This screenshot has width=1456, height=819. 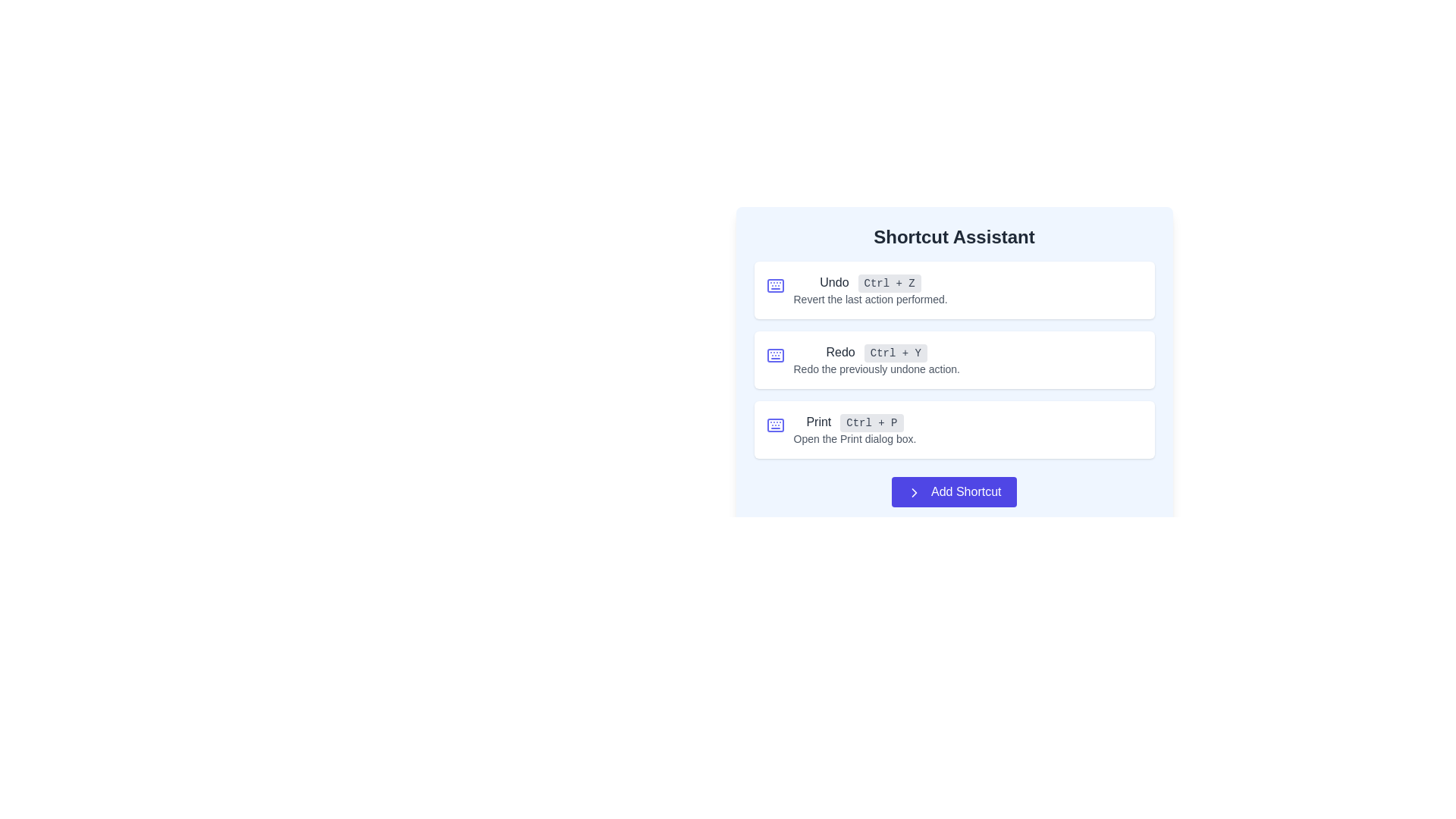 I want to click on the Decorative SVG element, which is a thin rectangular frame with rounded corners, located centrally within the keyboard symbol icon next to the 'Undo Ctrl + Z' shortcut entry, so click(x=775, y=425).